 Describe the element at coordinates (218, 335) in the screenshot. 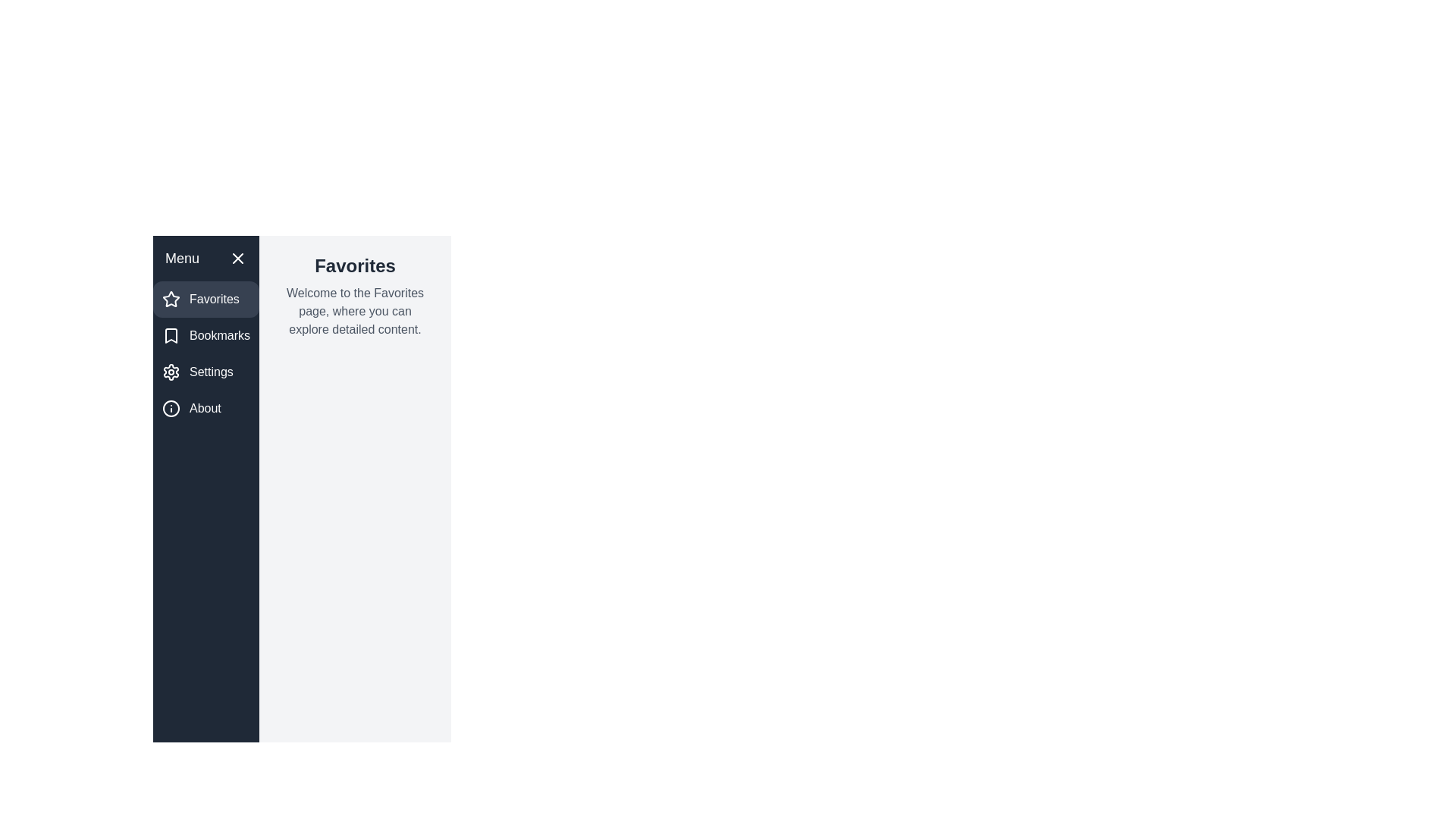

I see `the 'Bookmarks' navigational label located in the vertical menu on the left side, positioned below 'Favorites' and above 'Settings'` at that location.